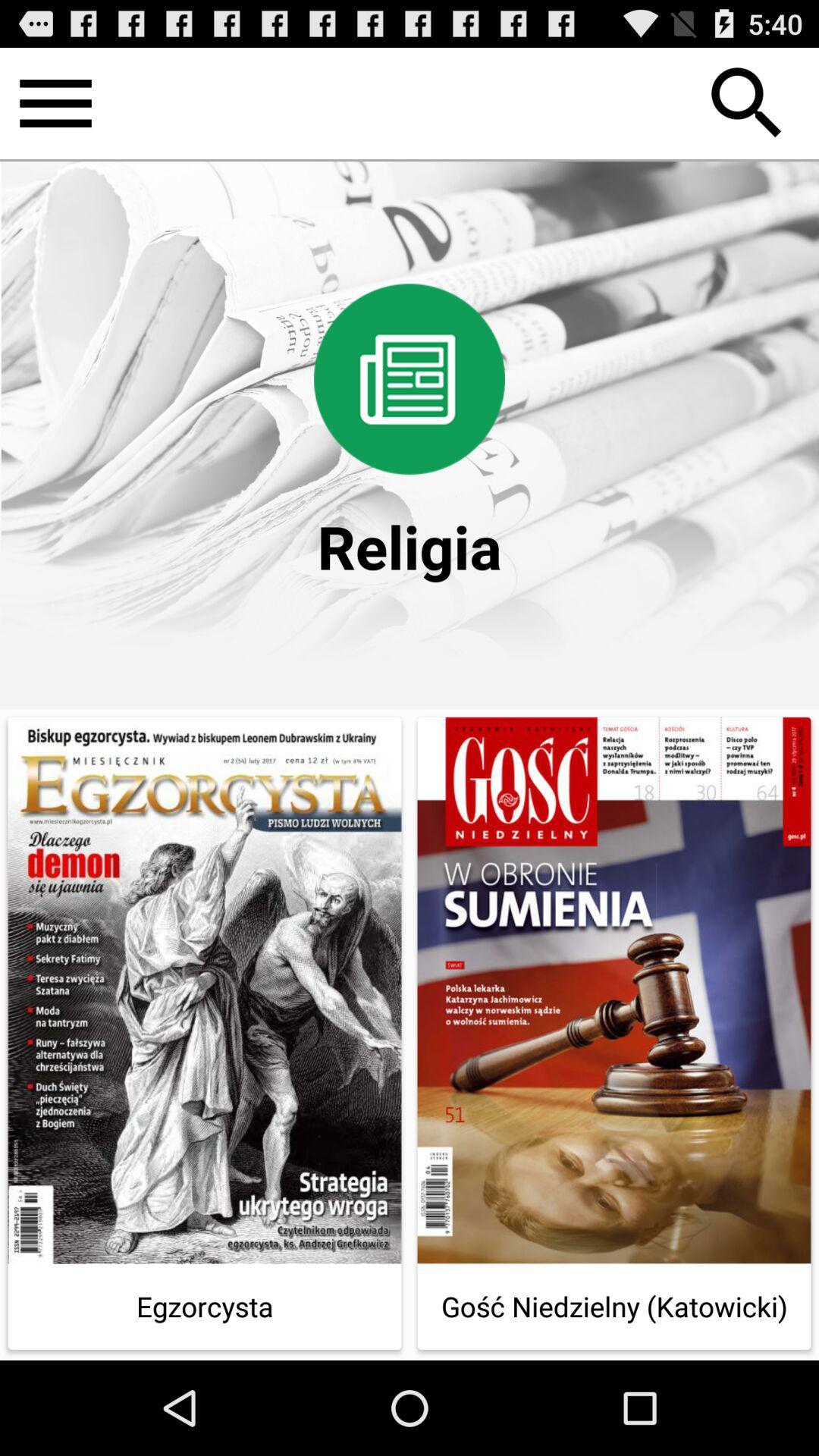 The height and width of the screenshot is (1456, 819). What do you see at coordinates (55, 102) in the screenshot?
I see `go somewhere else in the app` at bounding box center [55, 102].